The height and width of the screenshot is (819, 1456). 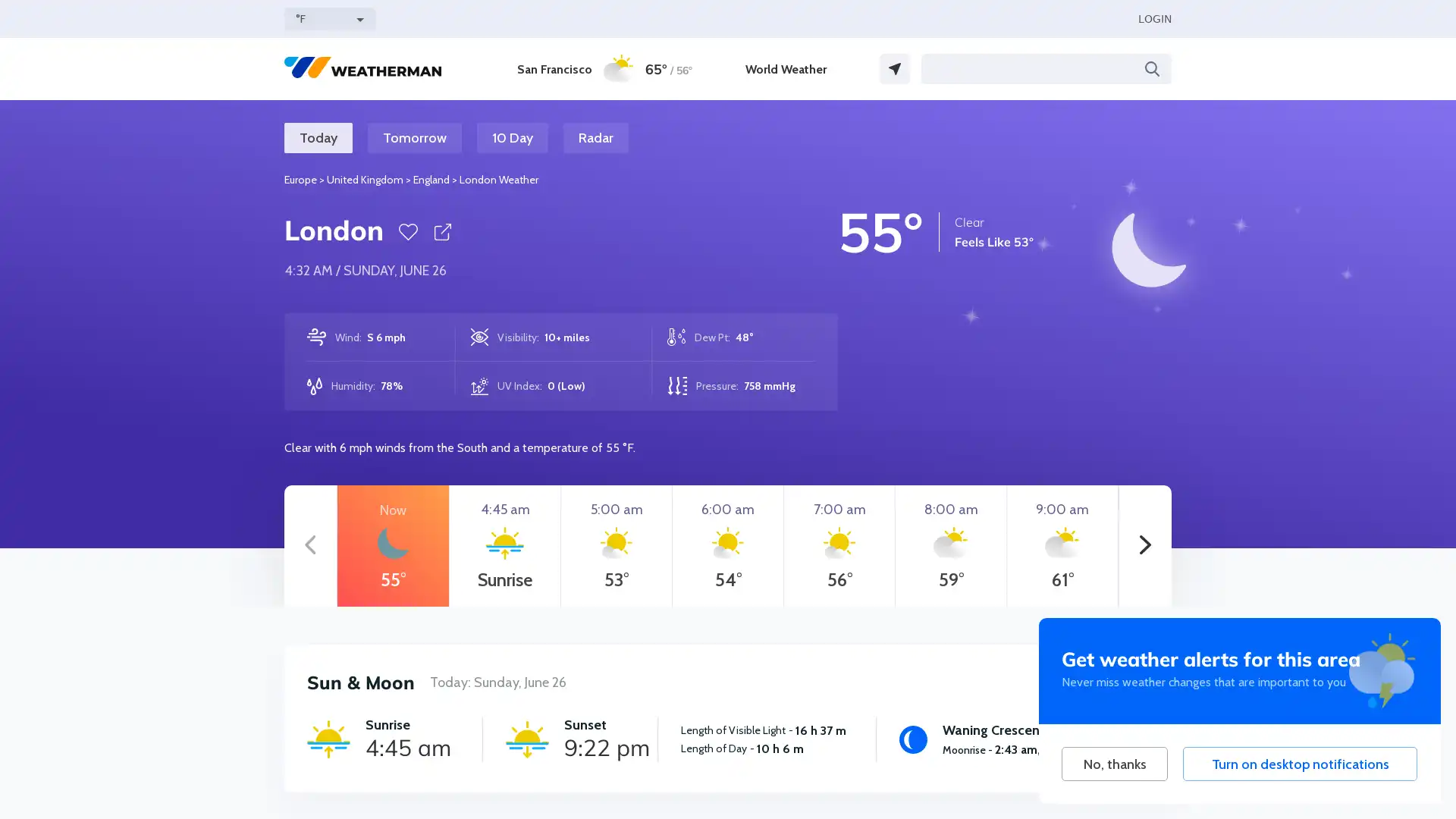 What do you see at coordinates (441, 231) in the screenshot?
I see `Share` at bounding box center [441, 231].